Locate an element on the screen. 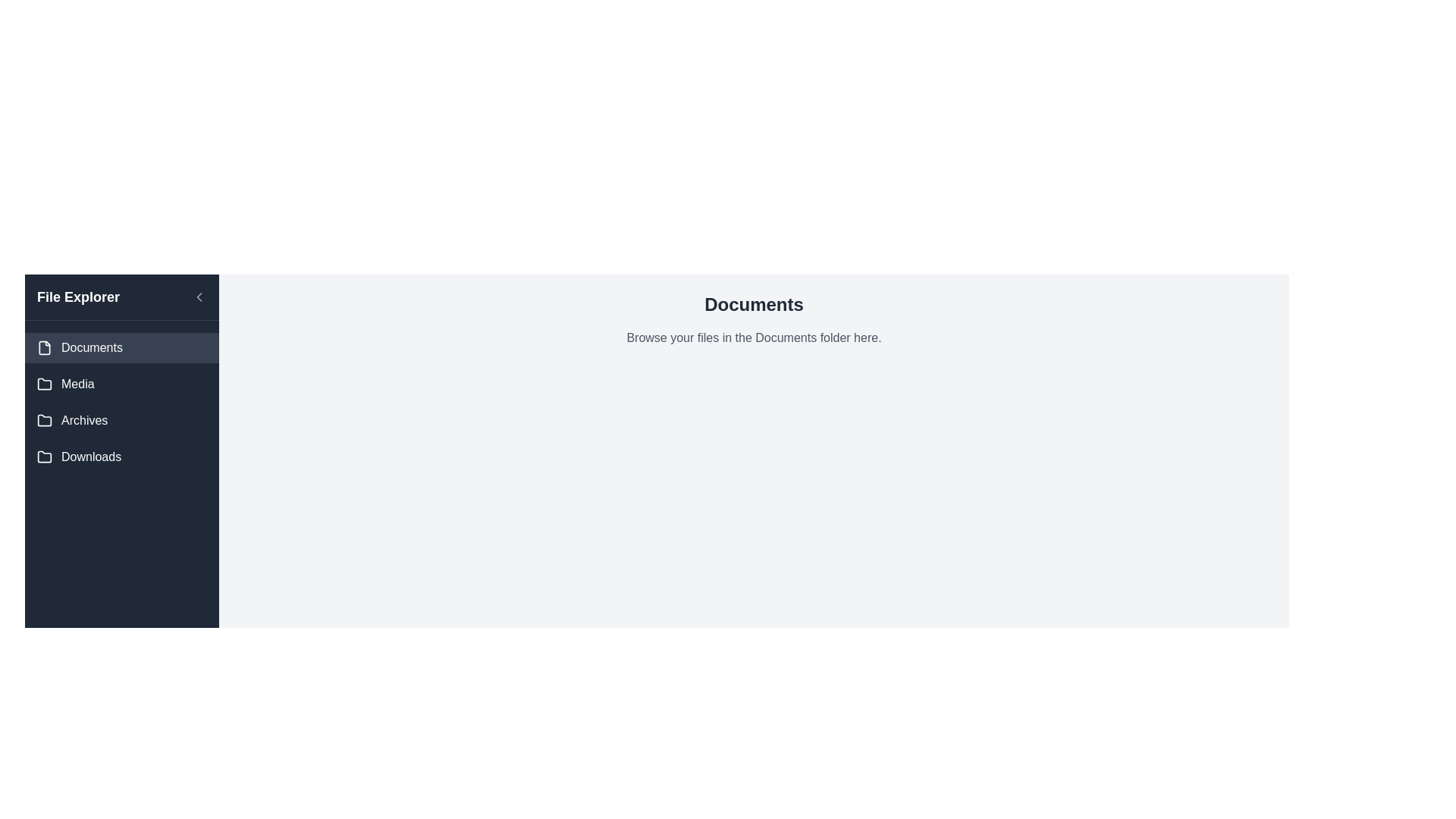  the folder icon labeled 'Archives' located in the left-side navigation menu, which is the third icon from the top is located at coordinates (44, 420).